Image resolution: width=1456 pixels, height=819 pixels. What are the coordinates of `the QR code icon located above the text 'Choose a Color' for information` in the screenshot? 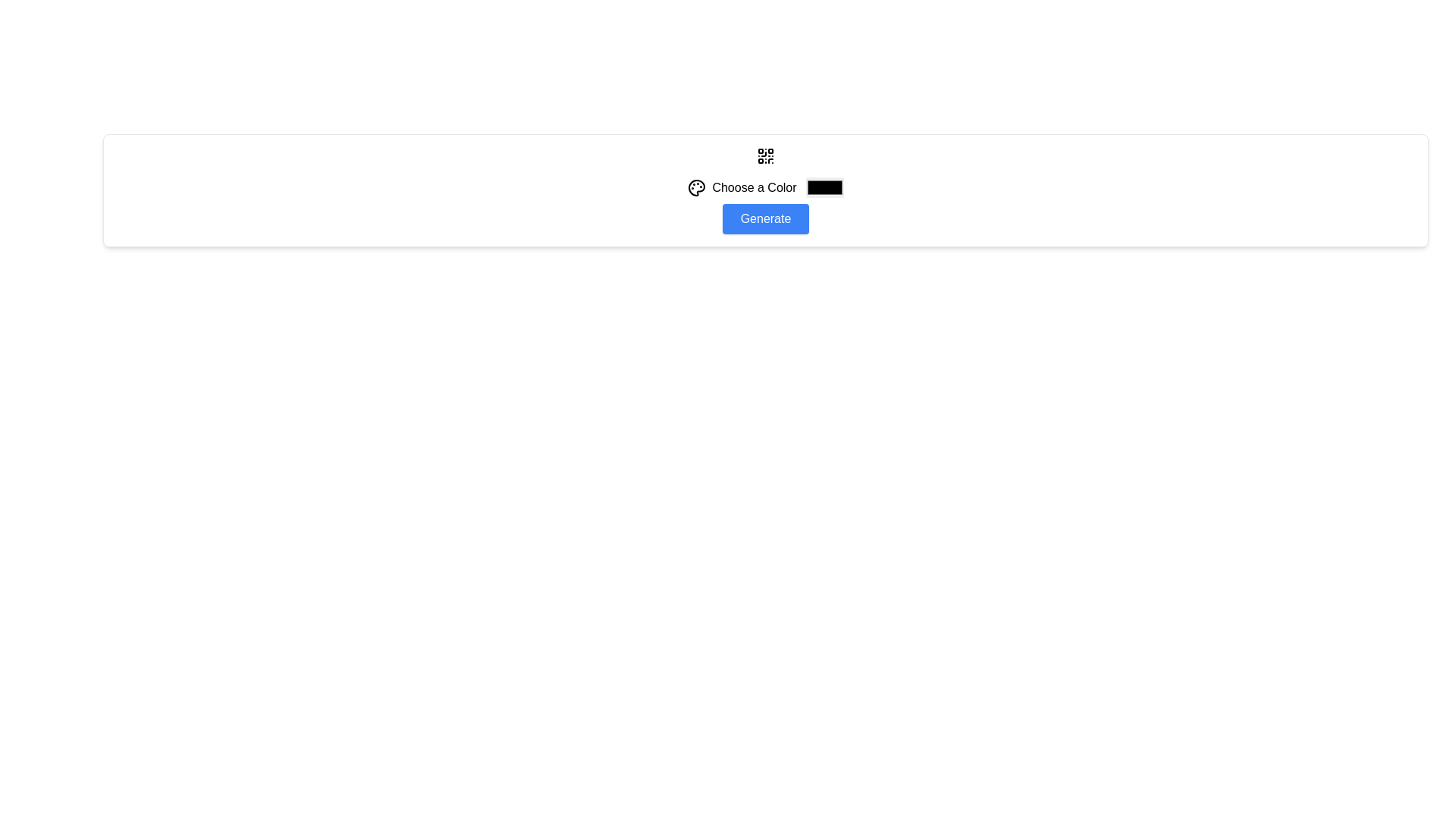 It's located at (765, 155).